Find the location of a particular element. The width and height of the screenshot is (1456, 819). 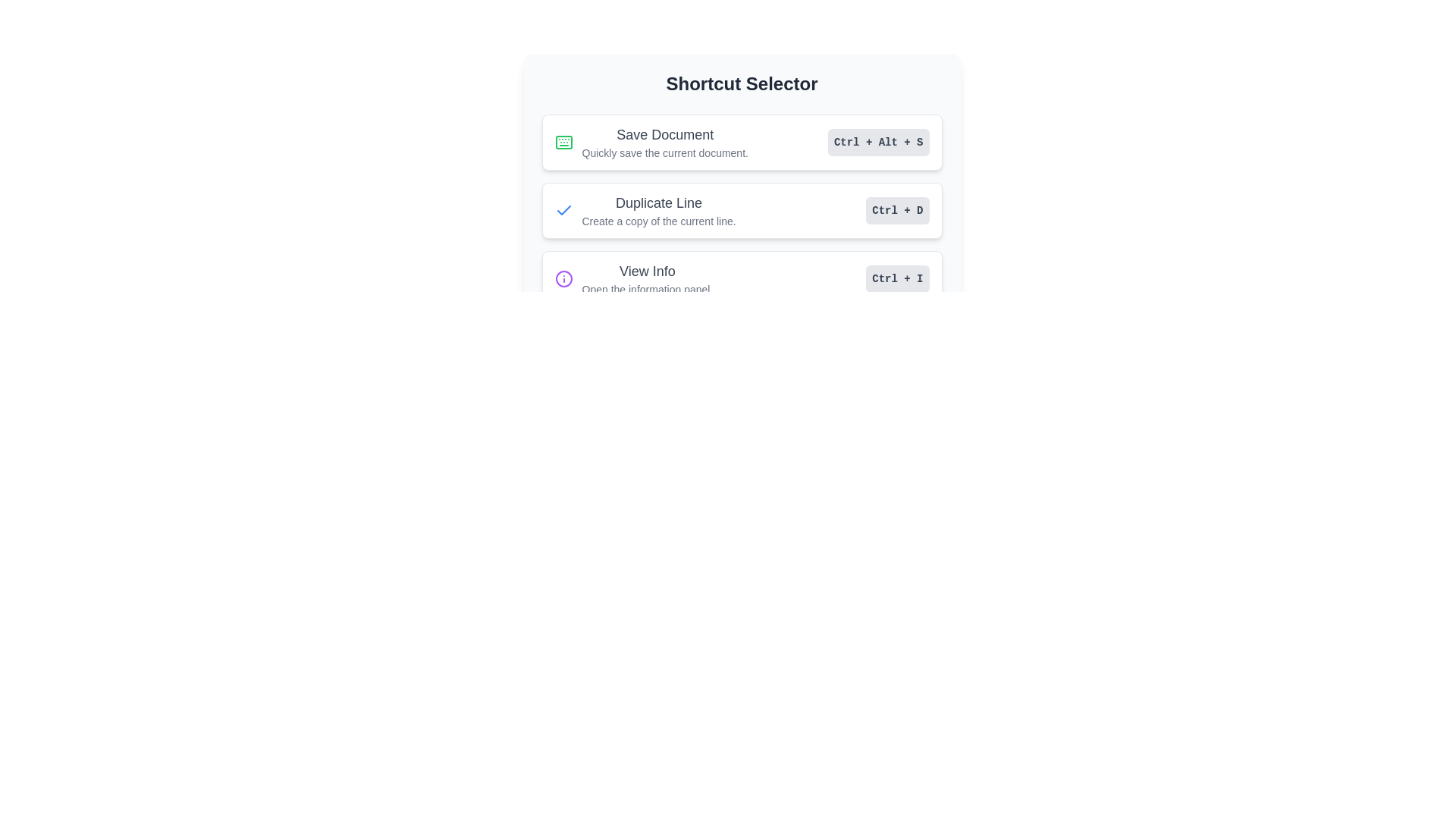

the icon that indicates the selected or activated state of the 'Duplicate Line' option is located at coordinates (563, 210).